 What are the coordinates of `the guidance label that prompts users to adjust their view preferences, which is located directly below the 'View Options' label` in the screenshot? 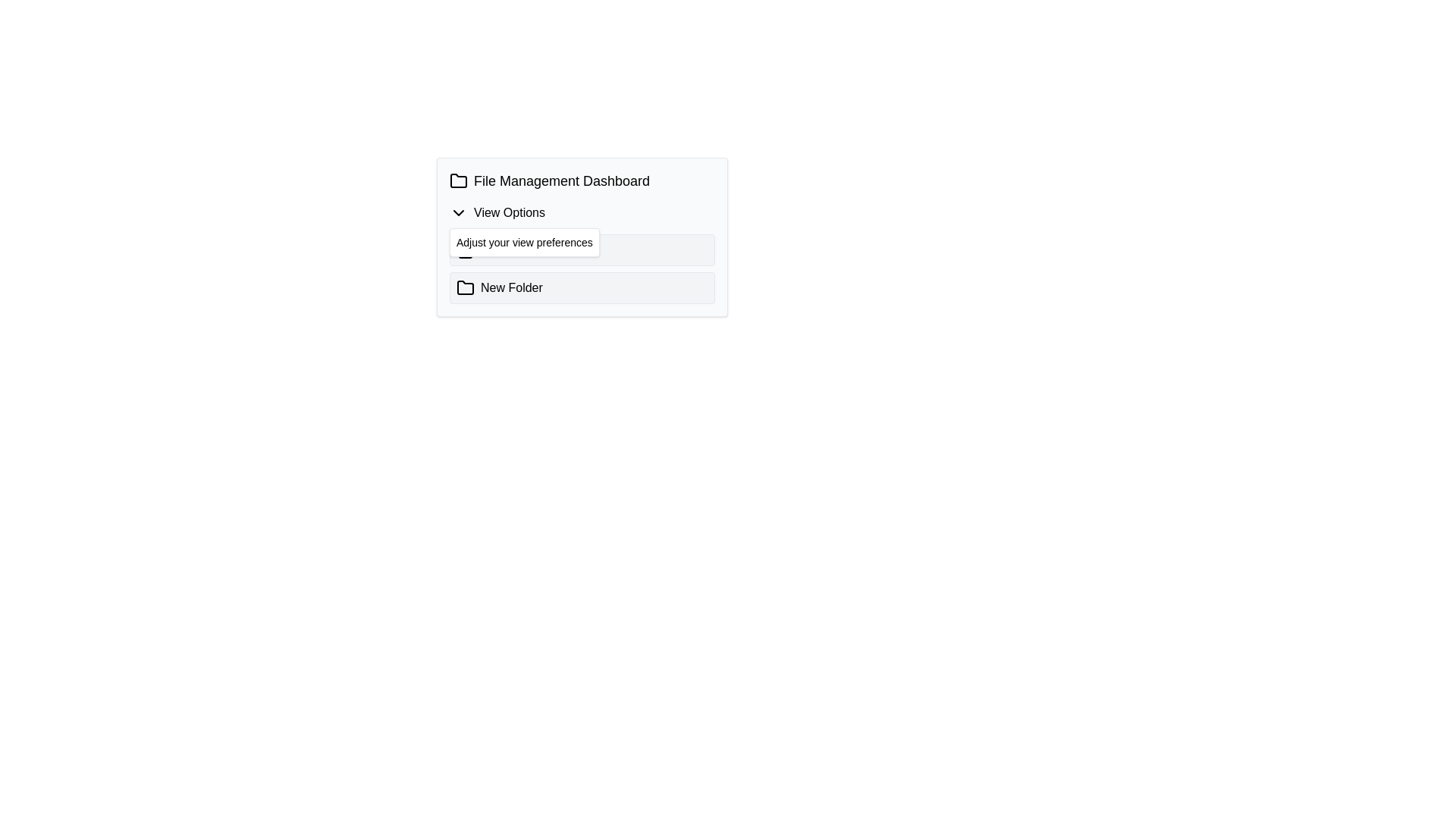 It's located at (524, 242).